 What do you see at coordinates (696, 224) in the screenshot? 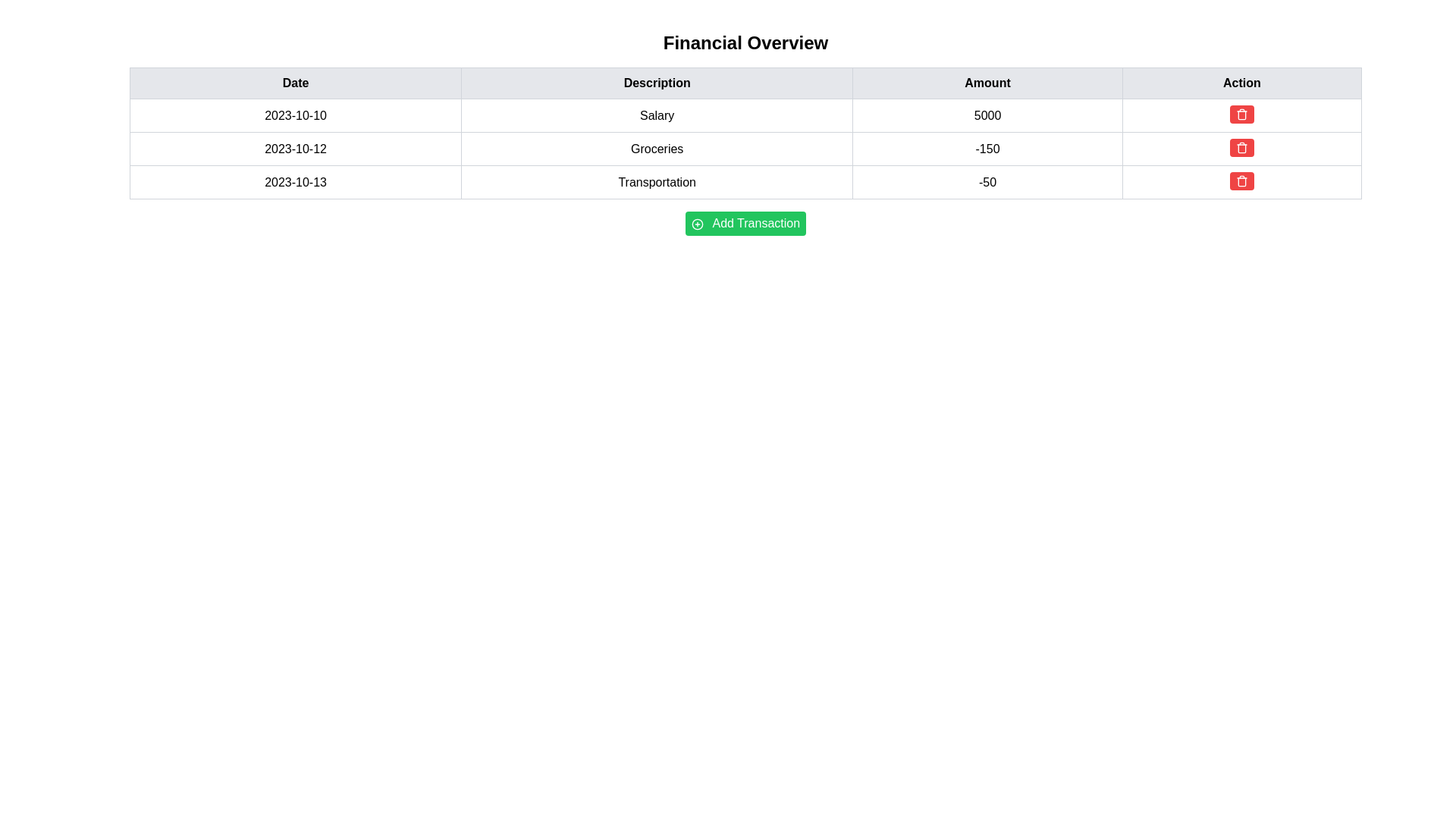
I see `the circular icon with a green background and white outline that features a plus sign, located to the left of the 'Add Transaction' button` at bounding box center [696, 224].